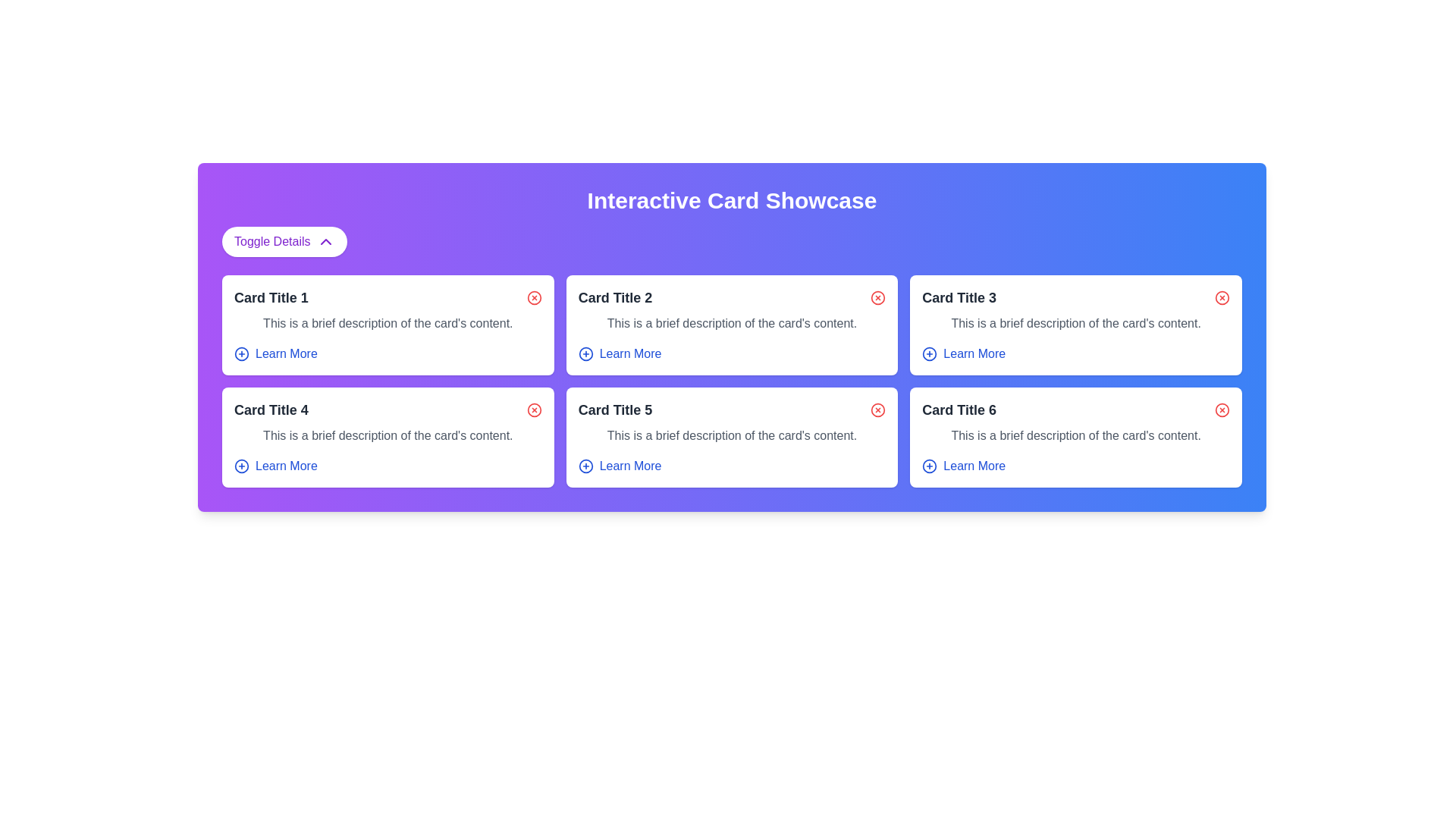 Image resolution: width=1456 pixels, height=819 pixels. What do you see at coordinates (534, 298) in the screenshot?
I see `the icon button located at the top-right corner of 'Card Title 1'` at bounding box center [534, 298].